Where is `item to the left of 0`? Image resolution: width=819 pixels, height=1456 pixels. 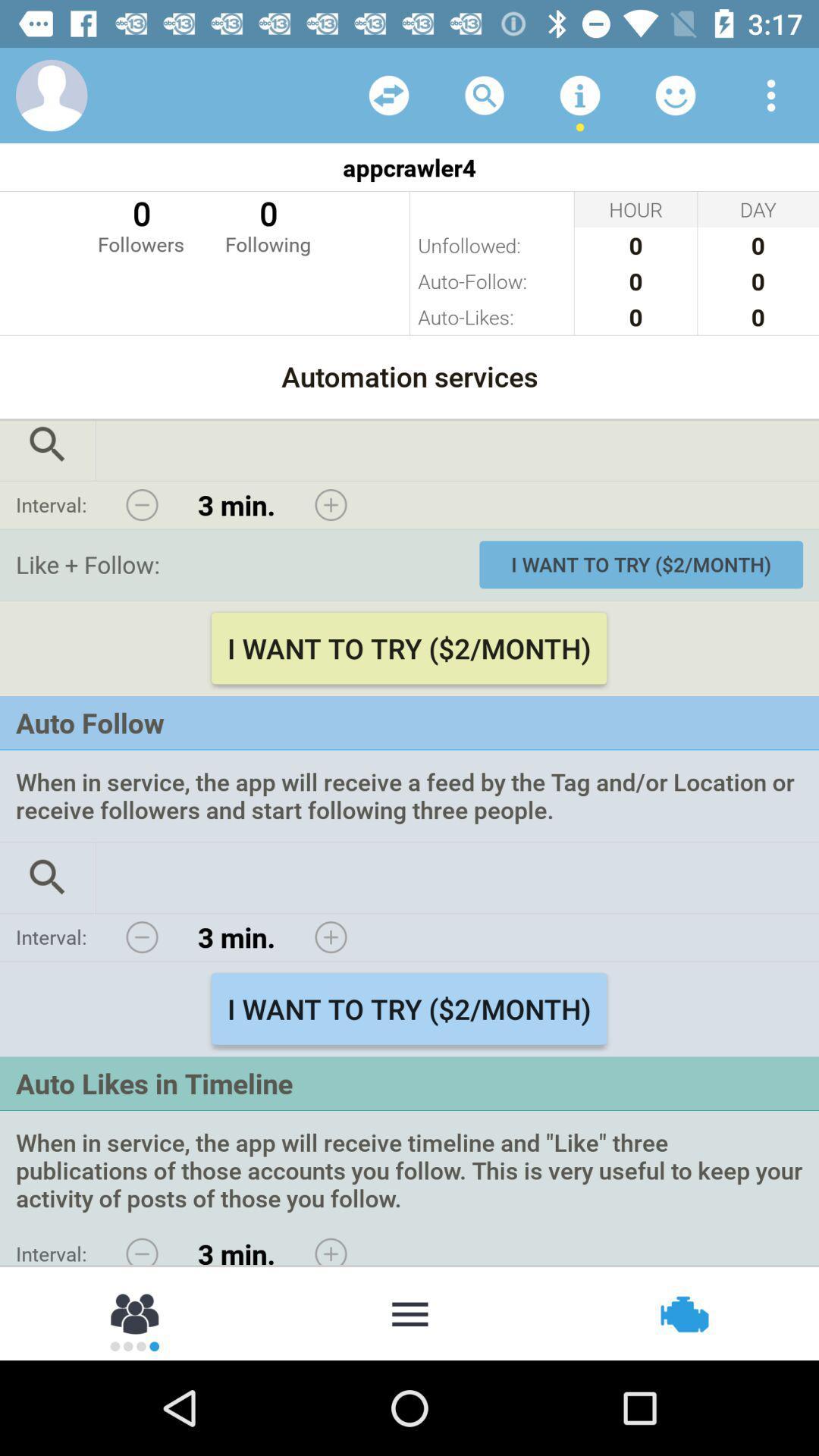
item to the left of 0 is located at coordinates (140, 224).